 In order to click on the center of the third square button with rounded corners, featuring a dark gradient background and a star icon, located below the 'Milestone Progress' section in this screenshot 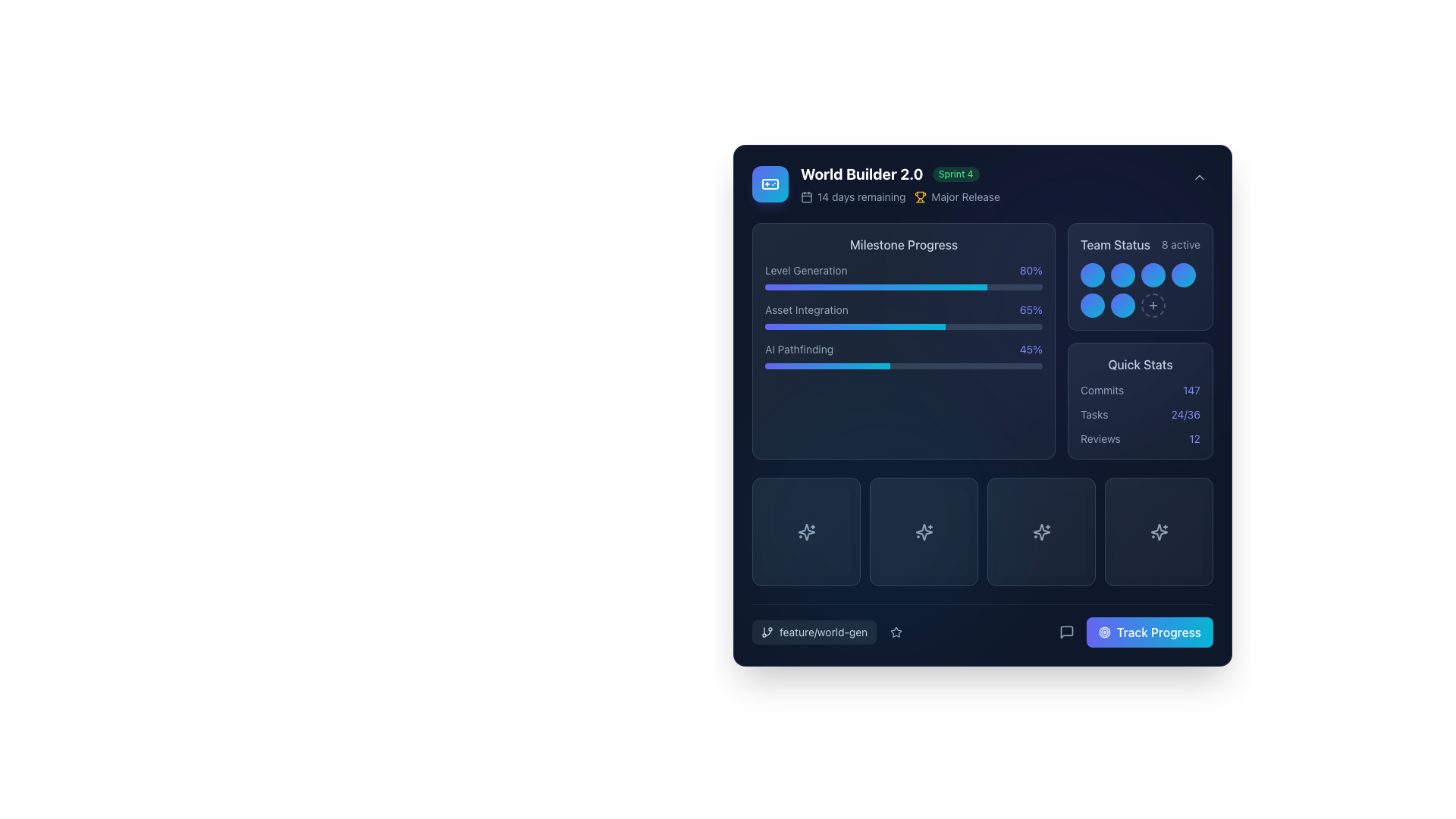, I will do `click(1040, 531)`.